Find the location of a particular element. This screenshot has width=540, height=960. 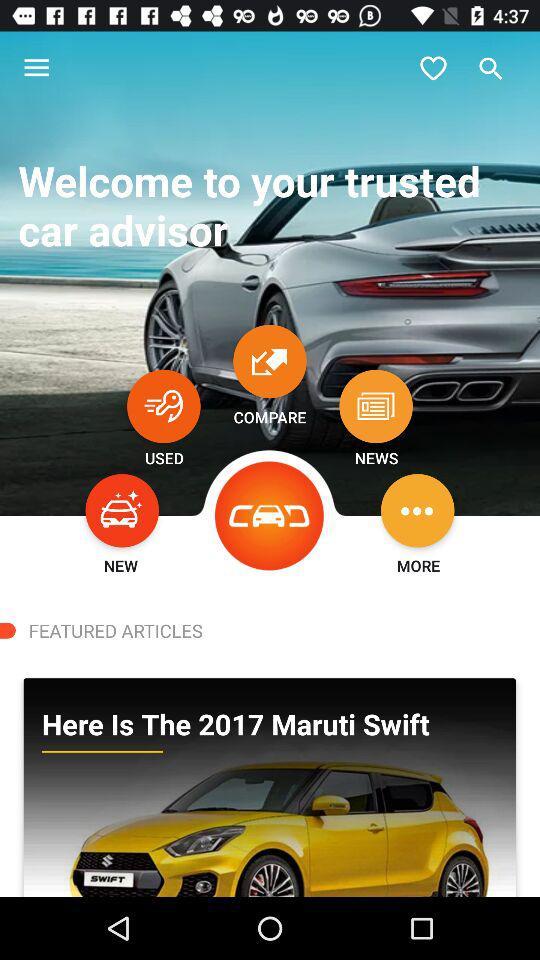

see used cars is located at coordinates (162, 405).